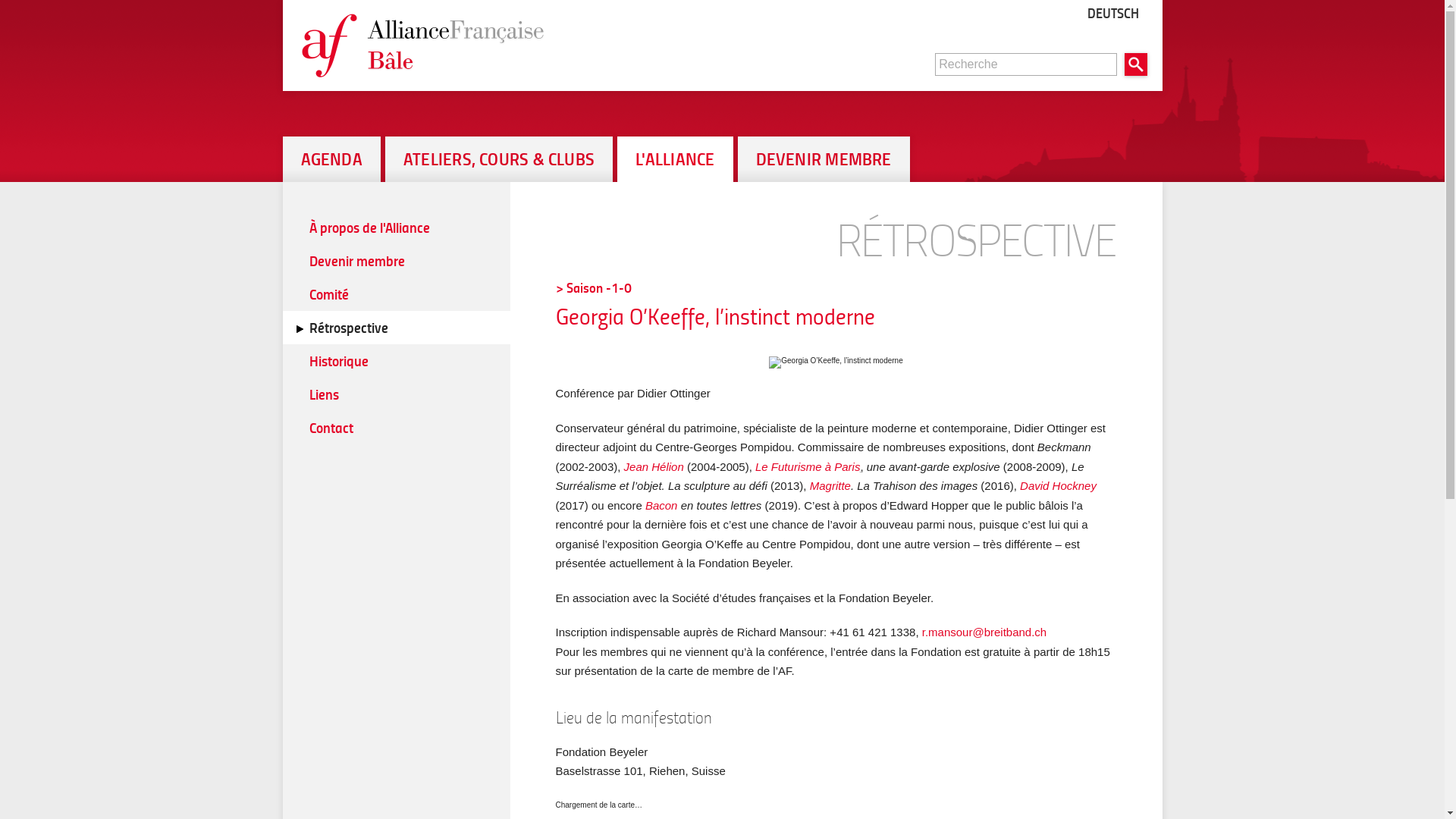 Image resolution: width=1456 pixels, height=819 pixels. What do you see at coordinates (1112, 11) in the screenshot?
I see `'DEUTSCH'` at bounding box center [1112, 11].